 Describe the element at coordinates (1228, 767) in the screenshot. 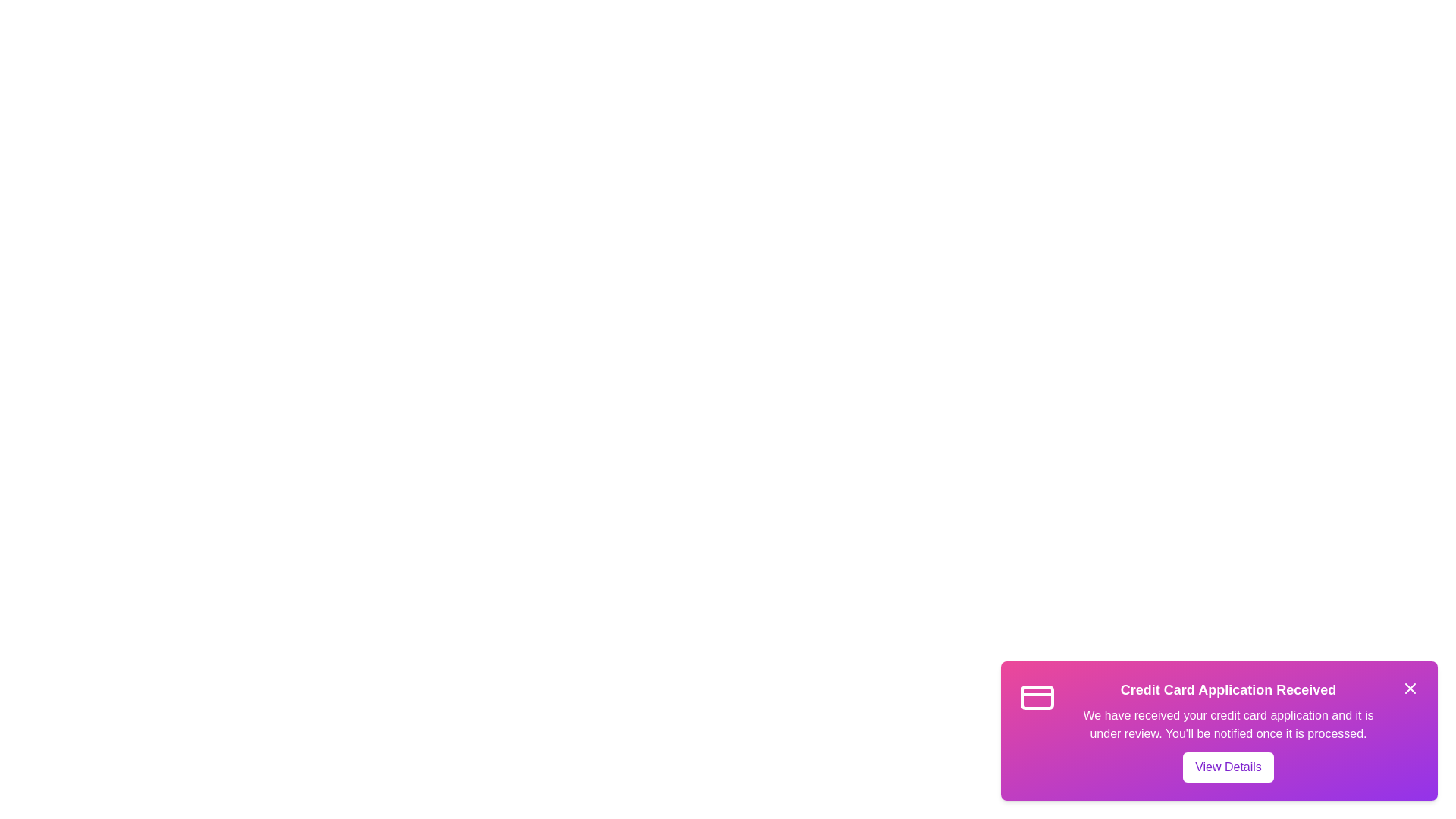

I see `the 'View Details' button` at that location.